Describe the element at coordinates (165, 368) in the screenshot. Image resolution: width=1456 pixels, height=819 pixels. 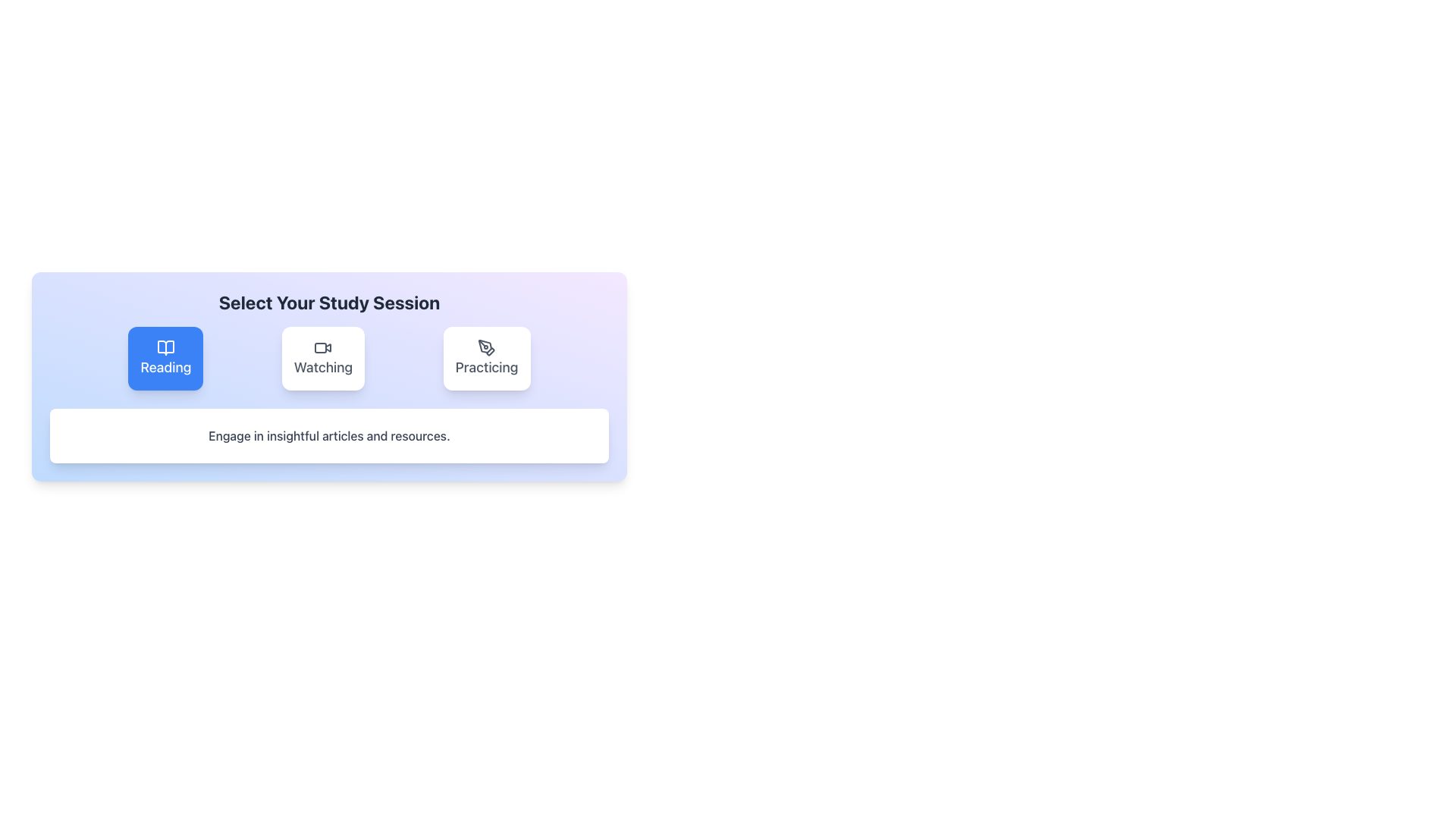
I see `the Text Label located beneath the open book icon in the first button of the 'Select Your Study Session' section` at that location.